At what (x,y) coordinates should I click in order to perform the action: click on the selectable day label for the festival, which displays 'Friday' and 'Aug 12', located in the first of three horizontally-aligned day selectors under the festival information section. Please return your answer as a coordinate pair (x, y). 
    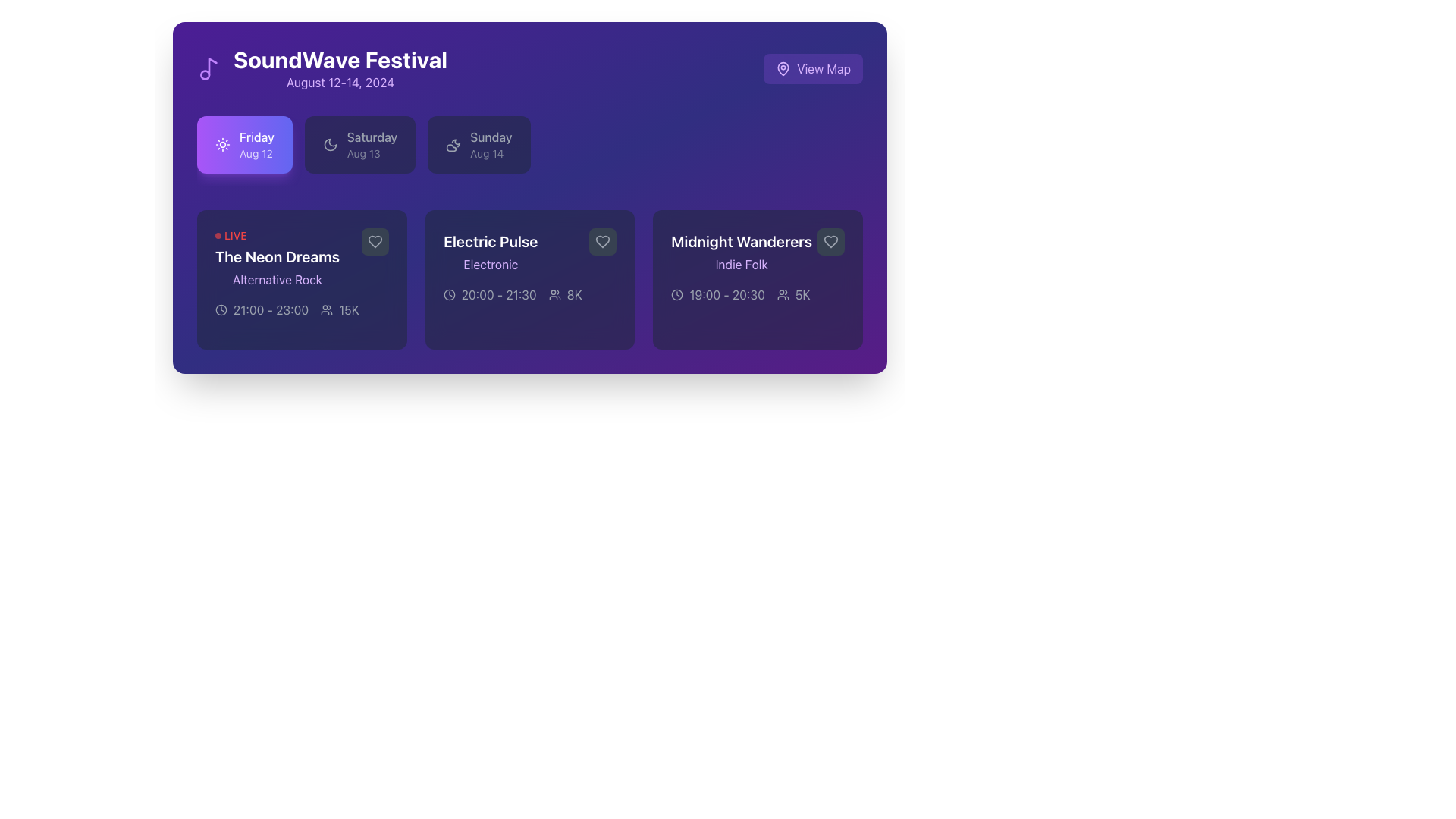
    Looking at the image, I should click on (256, 145).